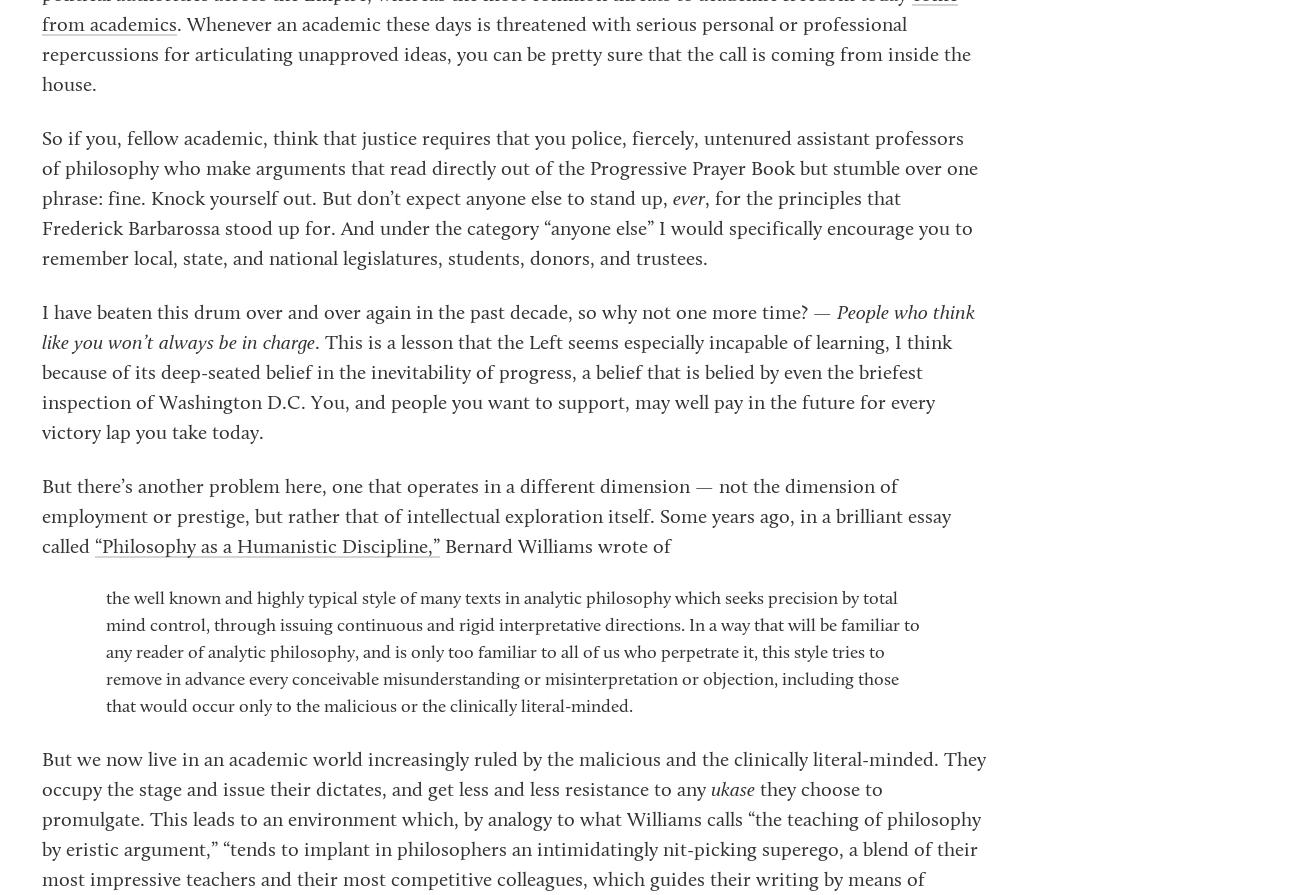 Image resolution: width=1300 pixels, height=895 pixels. Describe the element at coordinates (496, 517) in the screenshot. I see `'But there’s another problem here, one that operates in a different dimension — not the dimension of employment or prestige, but rather that of intellectual exploration itself. Some years ago, in a brilliant essay called'` at that location.